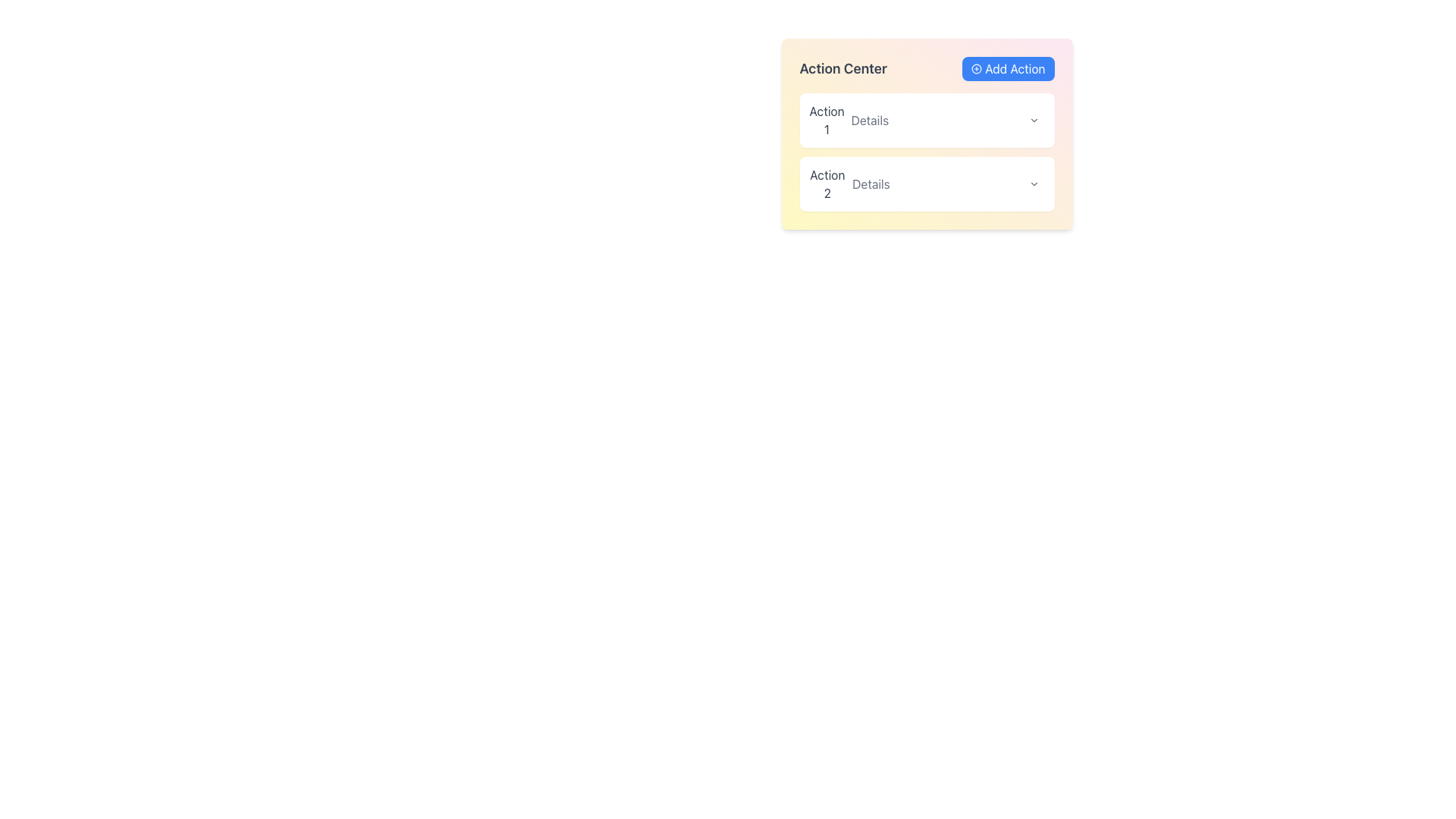  Describe the element at coordinates (977, 69) in the screenshot. I see `the circular SVG icon with a plus sign in its center, which is located inside the 'Add Action' button in the top-right corner of the 'Action Center' panel` at that location.